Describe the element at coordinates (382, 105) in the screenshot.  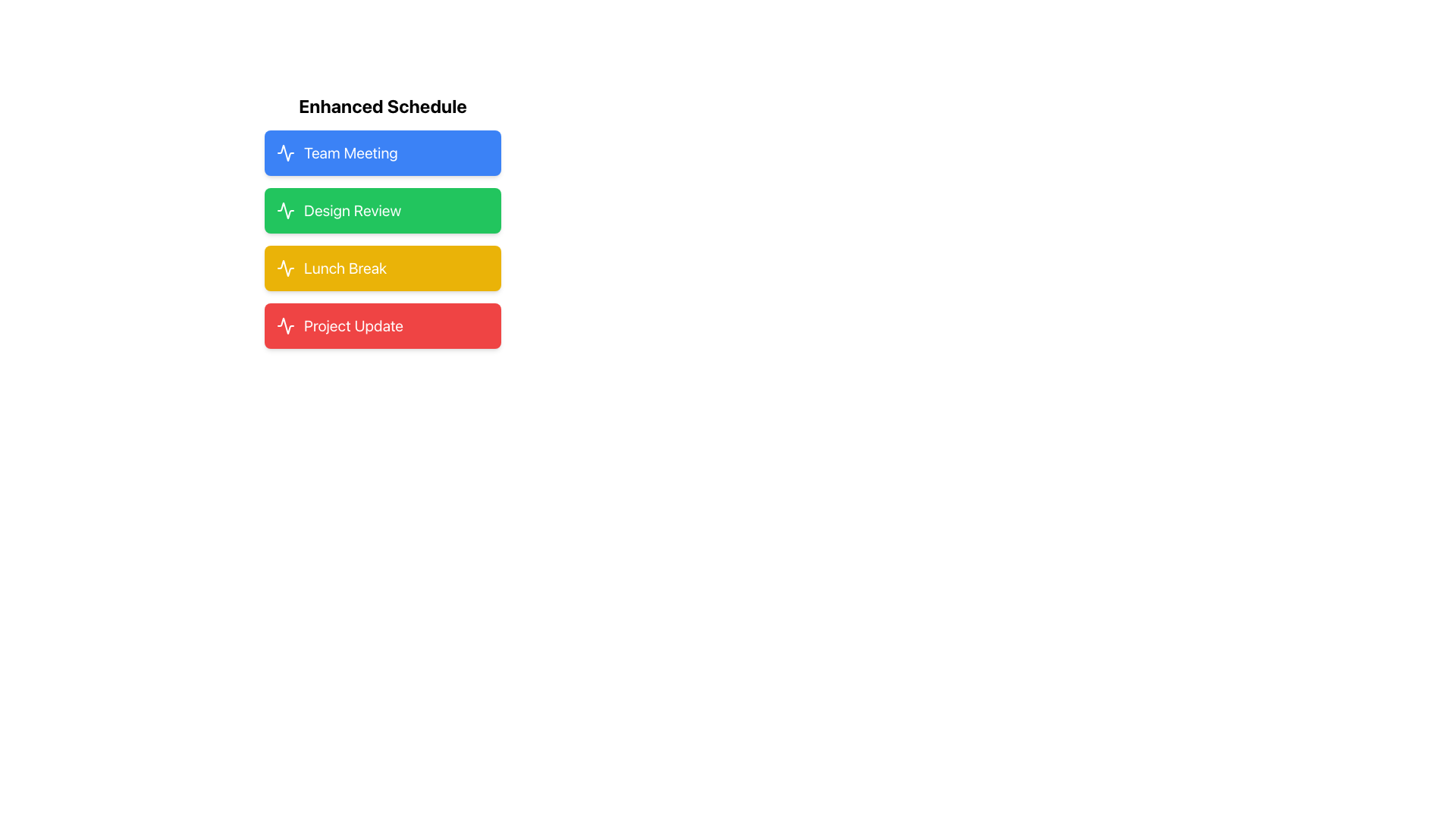
I see `the bold, large, black text reading 'Enhanced Schedule', which serves as a header for the list of items below it` at that location.